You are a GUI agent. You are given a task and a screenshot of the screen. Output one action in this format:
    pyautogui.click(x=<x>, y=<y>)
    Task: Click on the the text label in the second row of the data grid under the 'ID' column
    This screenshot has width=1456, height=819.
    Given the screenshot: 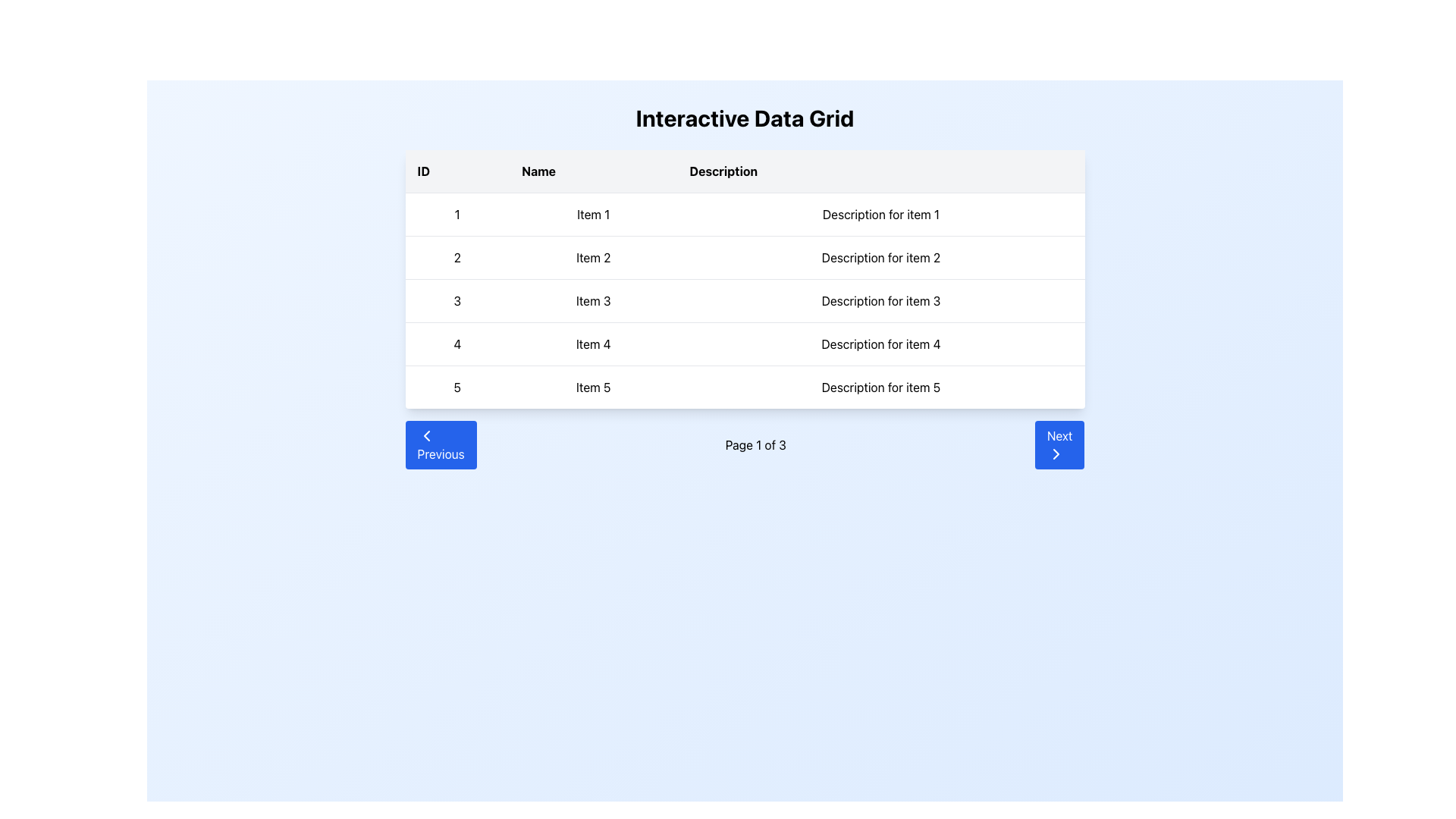 What is the action you would take?
    pyautogui.click(x=457, y=256)
    